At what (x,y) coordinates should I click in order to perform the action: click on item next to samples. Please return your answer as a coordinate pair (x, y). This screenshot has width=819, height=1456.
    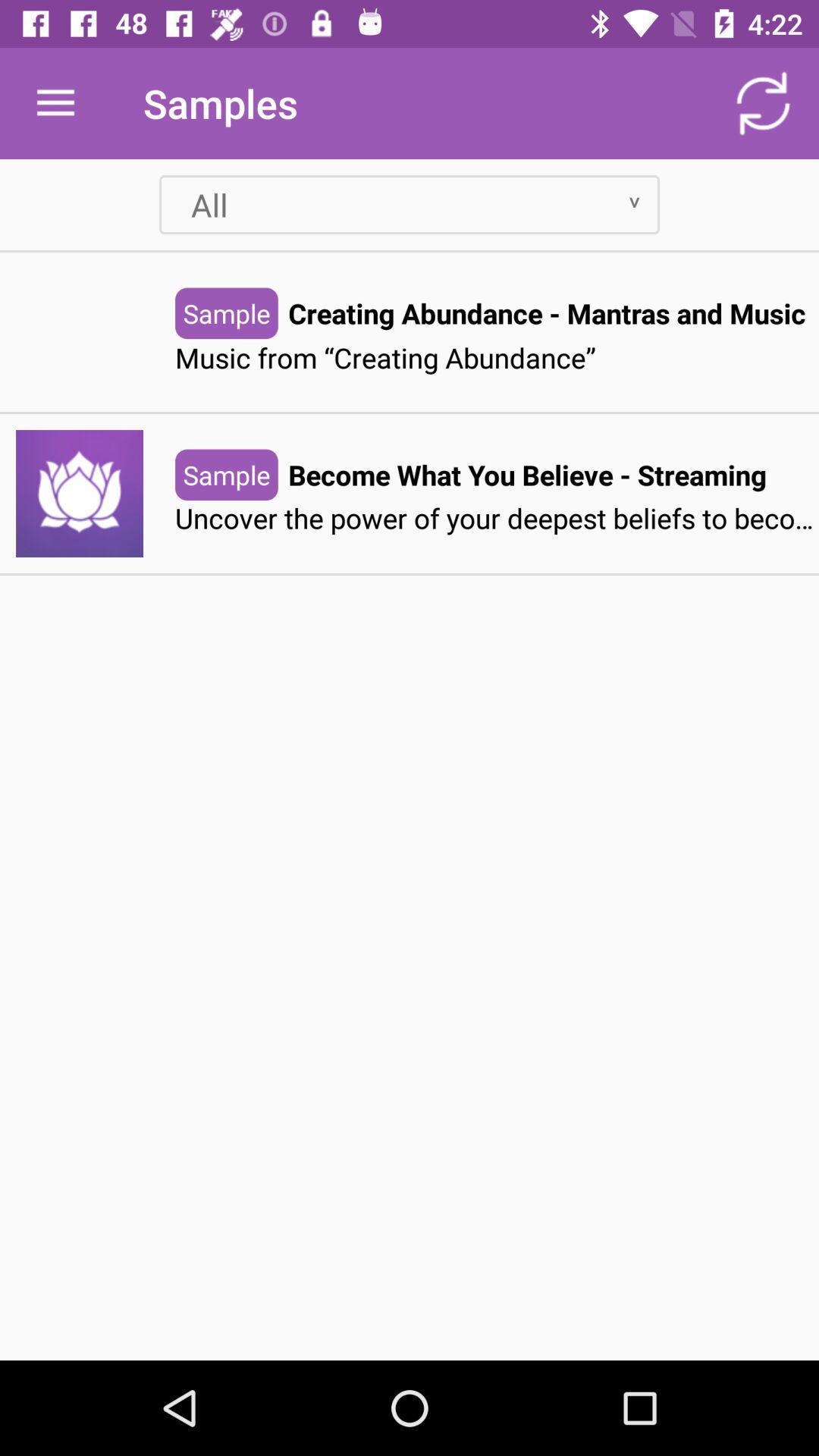
    Looking at the image, I should click on (55, 102).